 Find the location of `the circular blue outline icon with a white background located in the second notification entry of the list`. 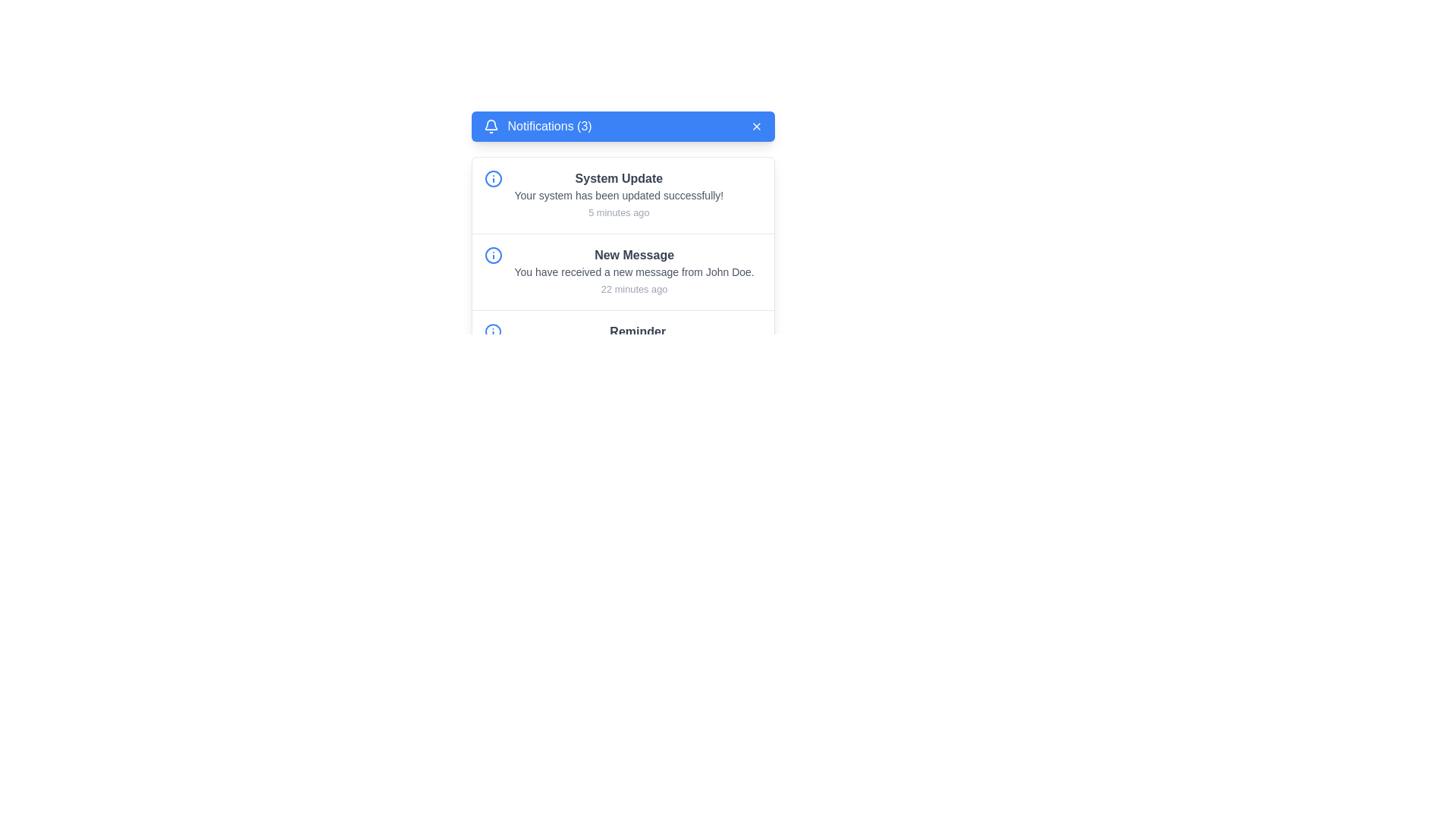

the circular blue outline icon with a white background located in the second notification entry of the list is located at coordinates (493, 254).